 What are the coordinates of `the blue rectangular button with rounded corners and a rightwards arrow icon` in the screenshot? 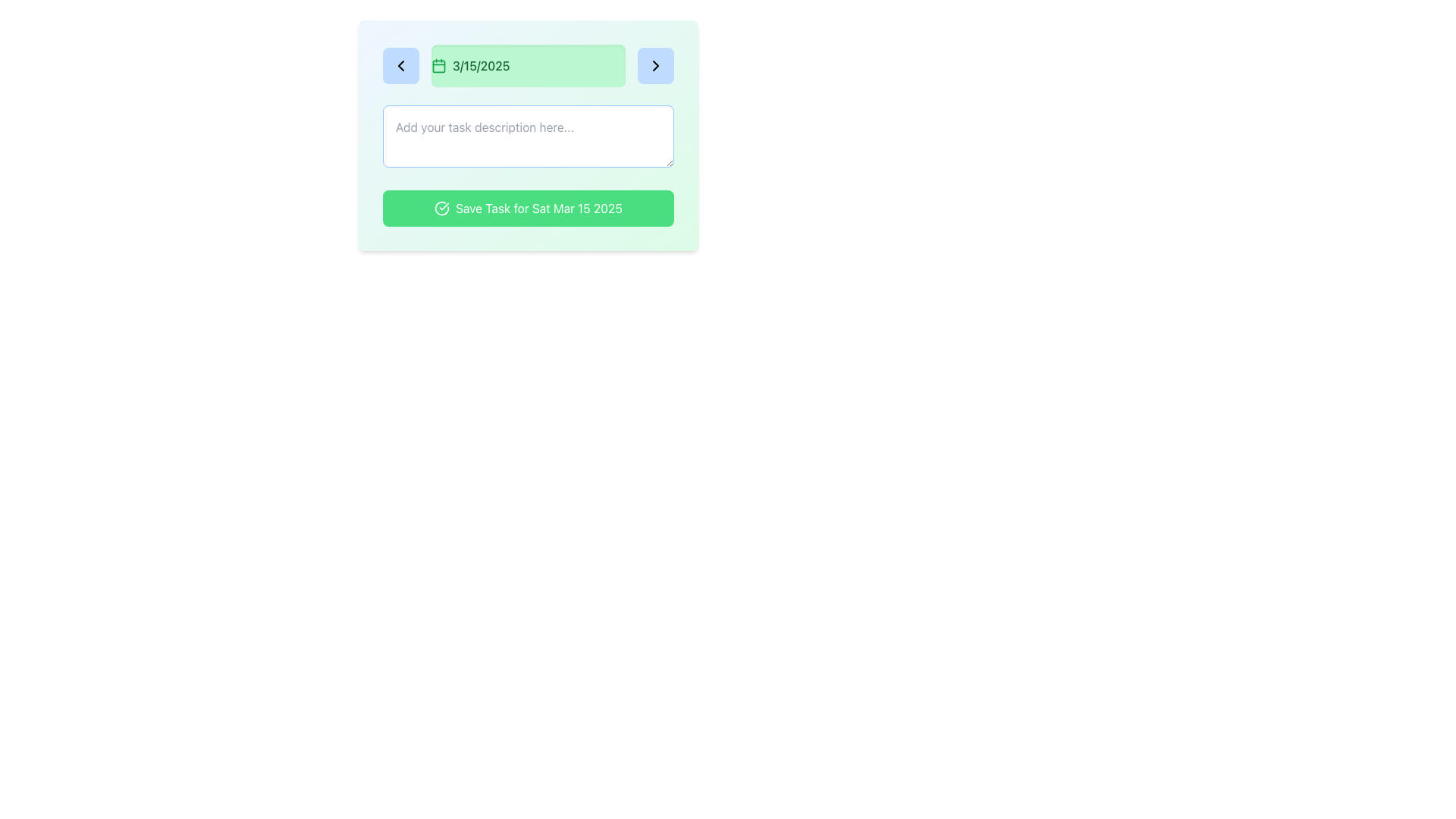 It's located at (655, 65).